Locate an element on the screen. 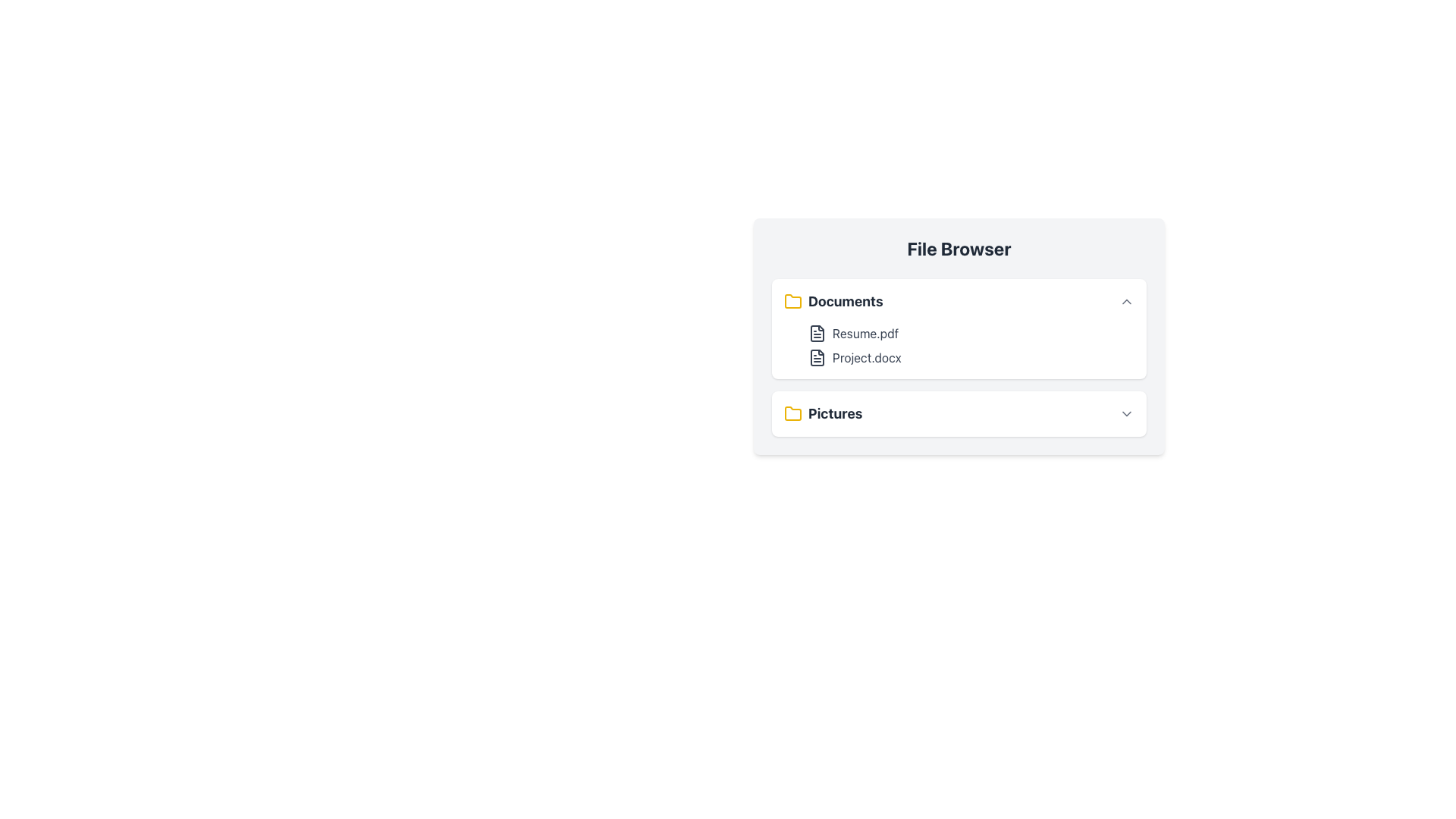  the 'Documents' text label located at the top-left corner of the file browser panel is located at coordinates (833, 301).